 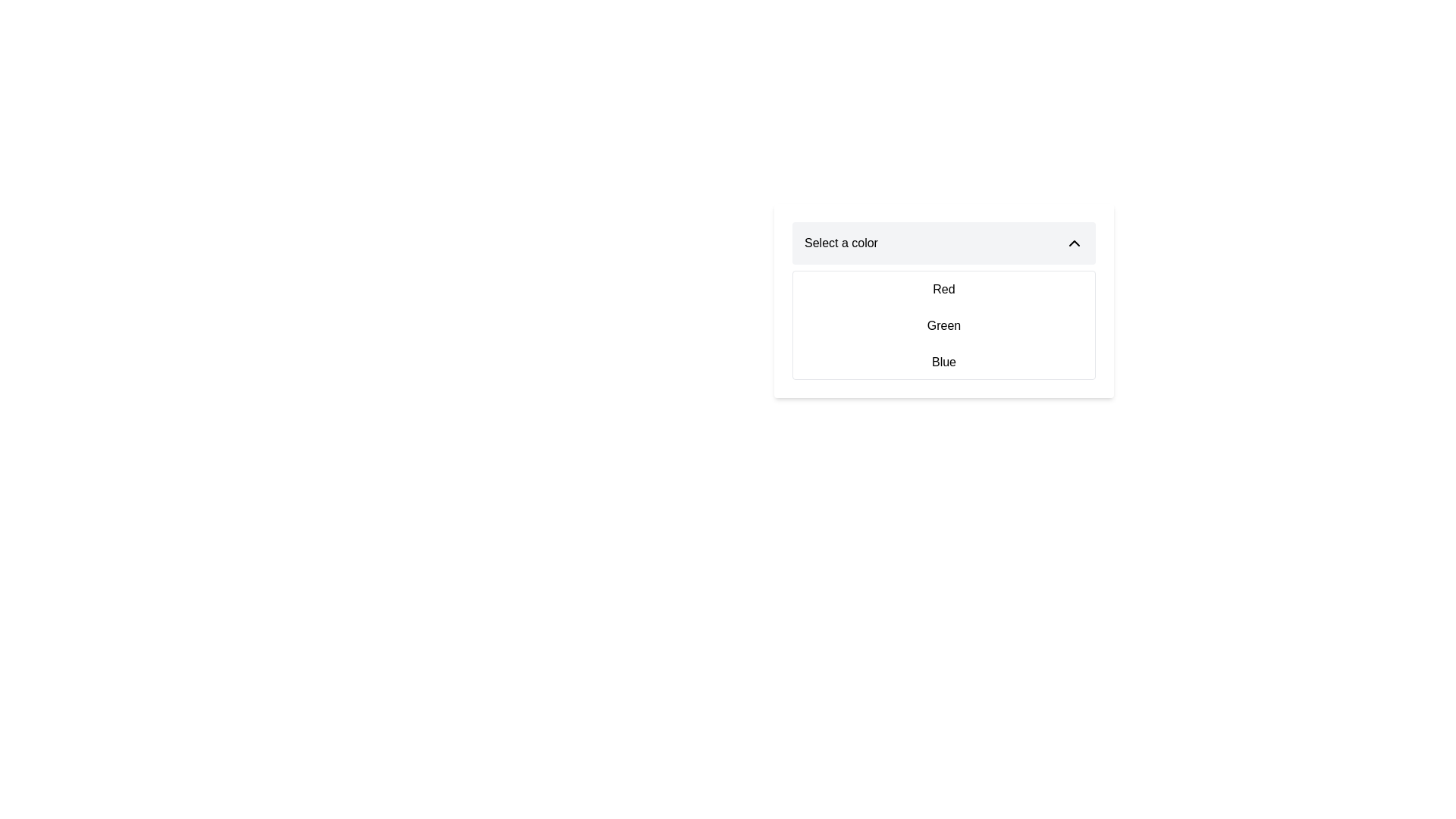 I want to click on the selectable menu item labeled 'Green' which is the second item in a vertical list of options, positioned directly below 'Red' and above 'Blue', so click(x=943, y=325).